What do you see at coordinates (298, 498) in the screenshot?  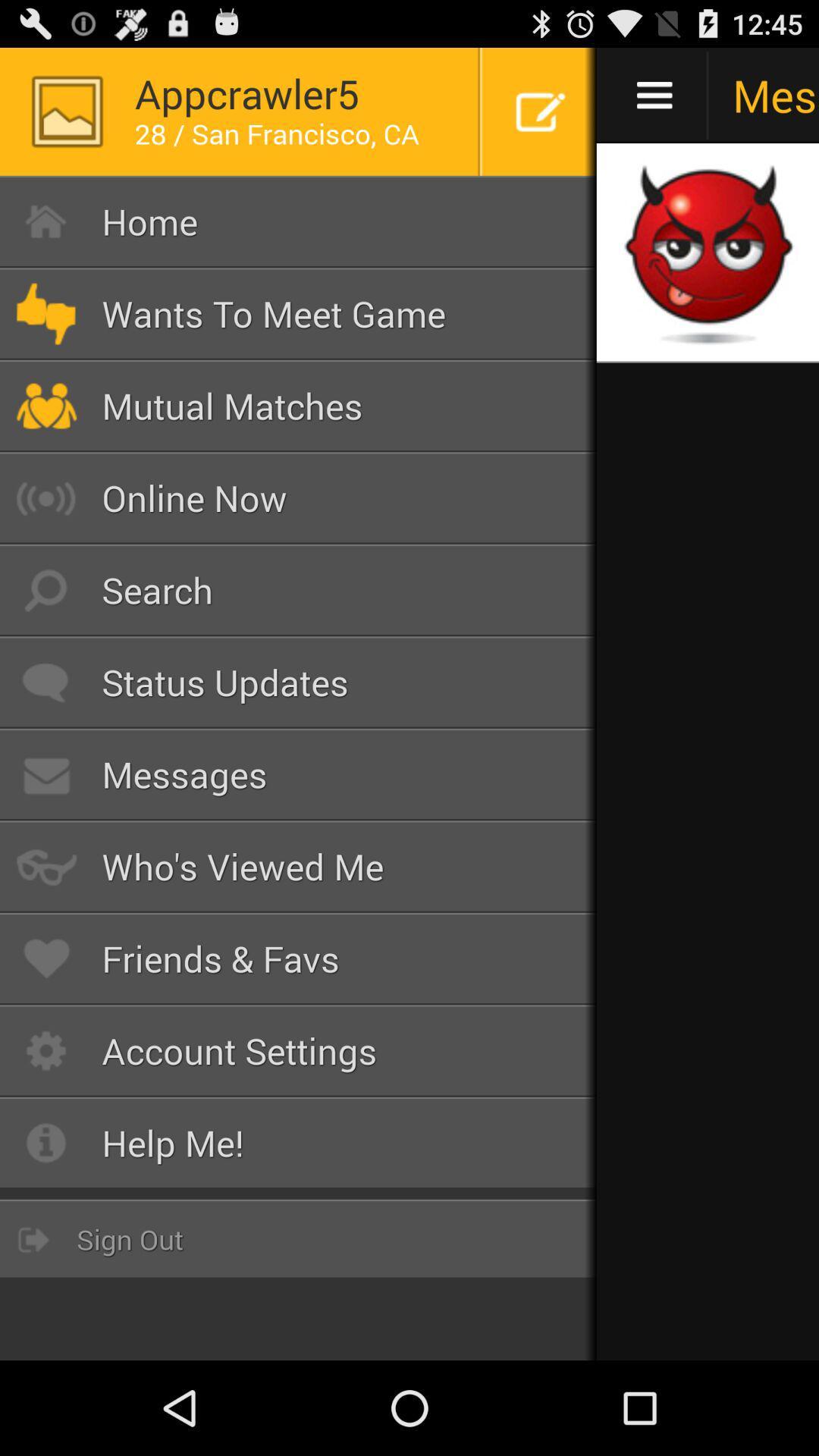 I see `online now button` at bounding box center [298, 498].